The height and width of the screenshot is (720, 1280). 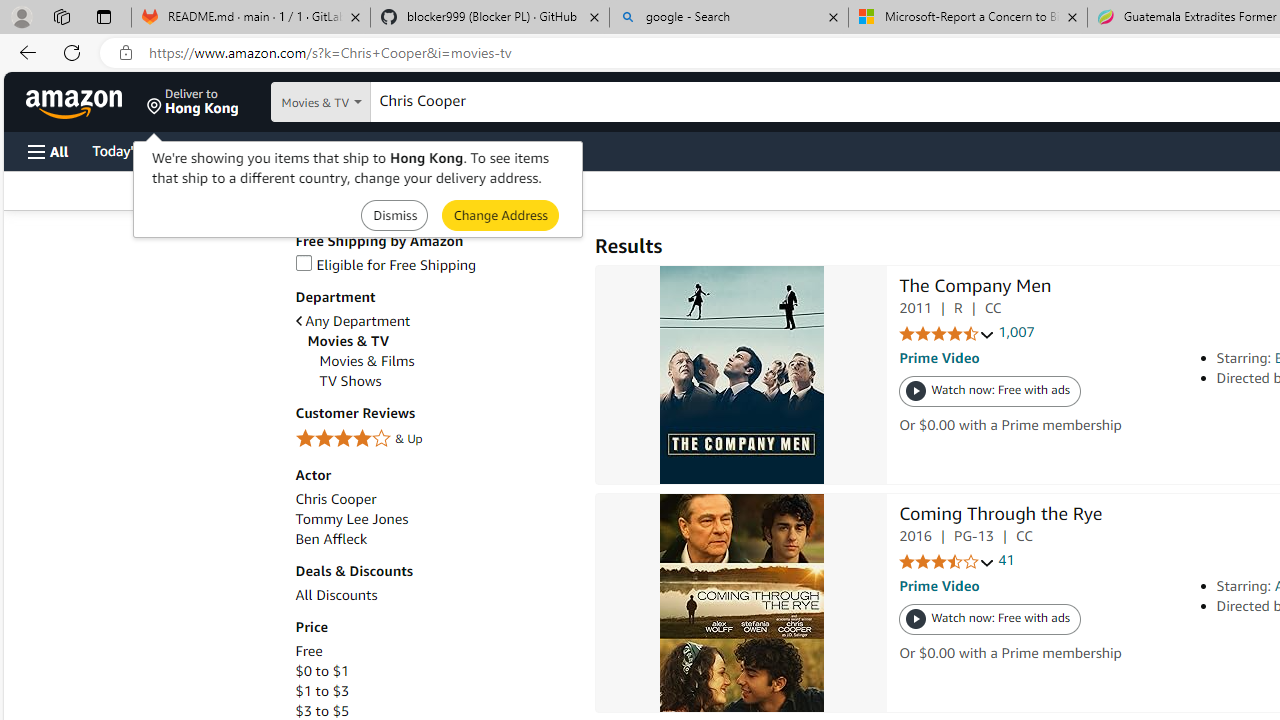 What do you see at coordinates (352, 320) in the screenshot?
I see `'Any Department'` at bounding box center [352, 320].